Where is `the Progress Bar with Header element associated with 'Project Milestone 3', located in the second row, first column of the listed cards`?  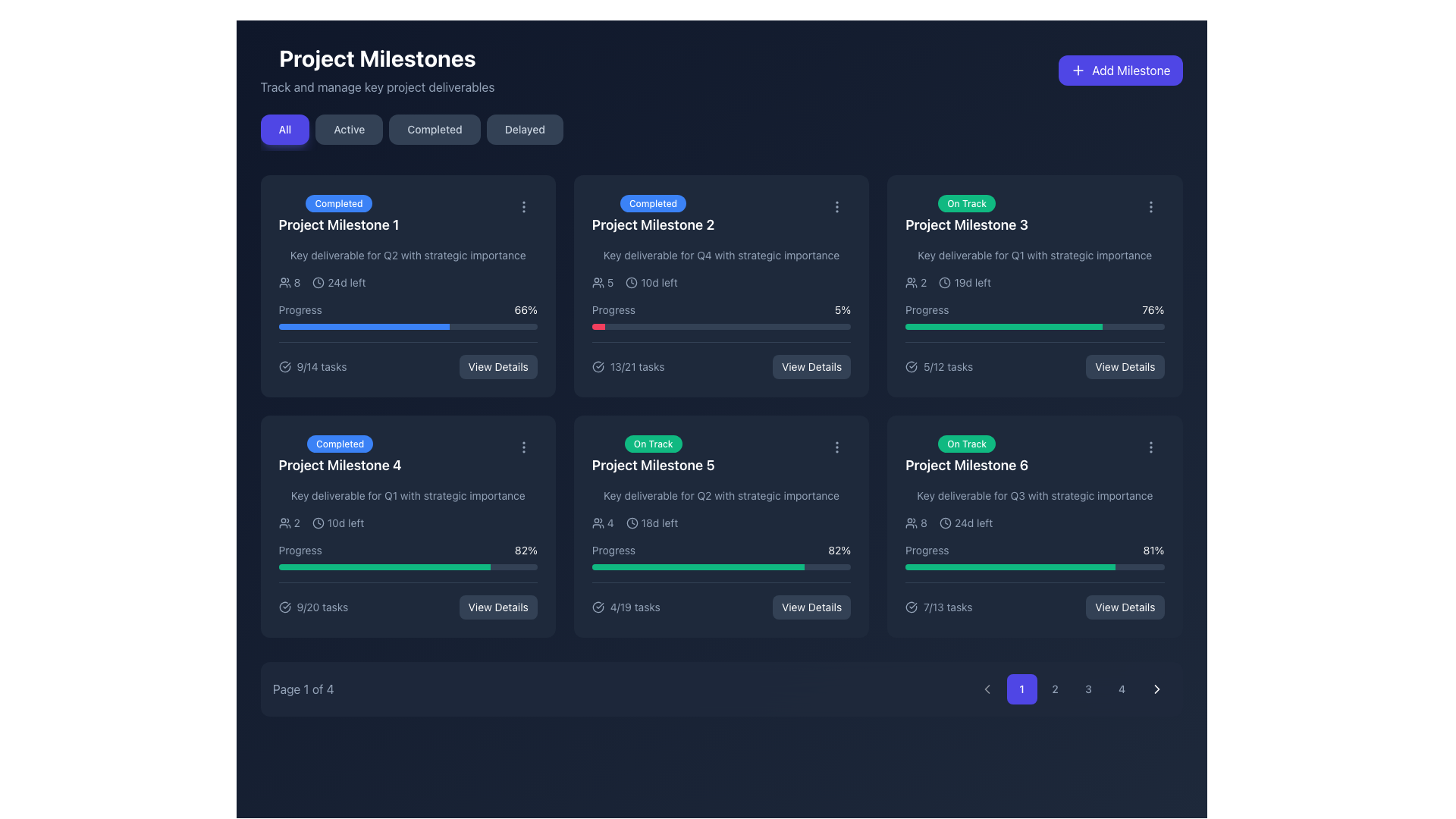
the Progress Bar with Header element associated with 'Project Milestone 3', located in the second row, first column of the listed cards is located at coordinates (1034, 315).